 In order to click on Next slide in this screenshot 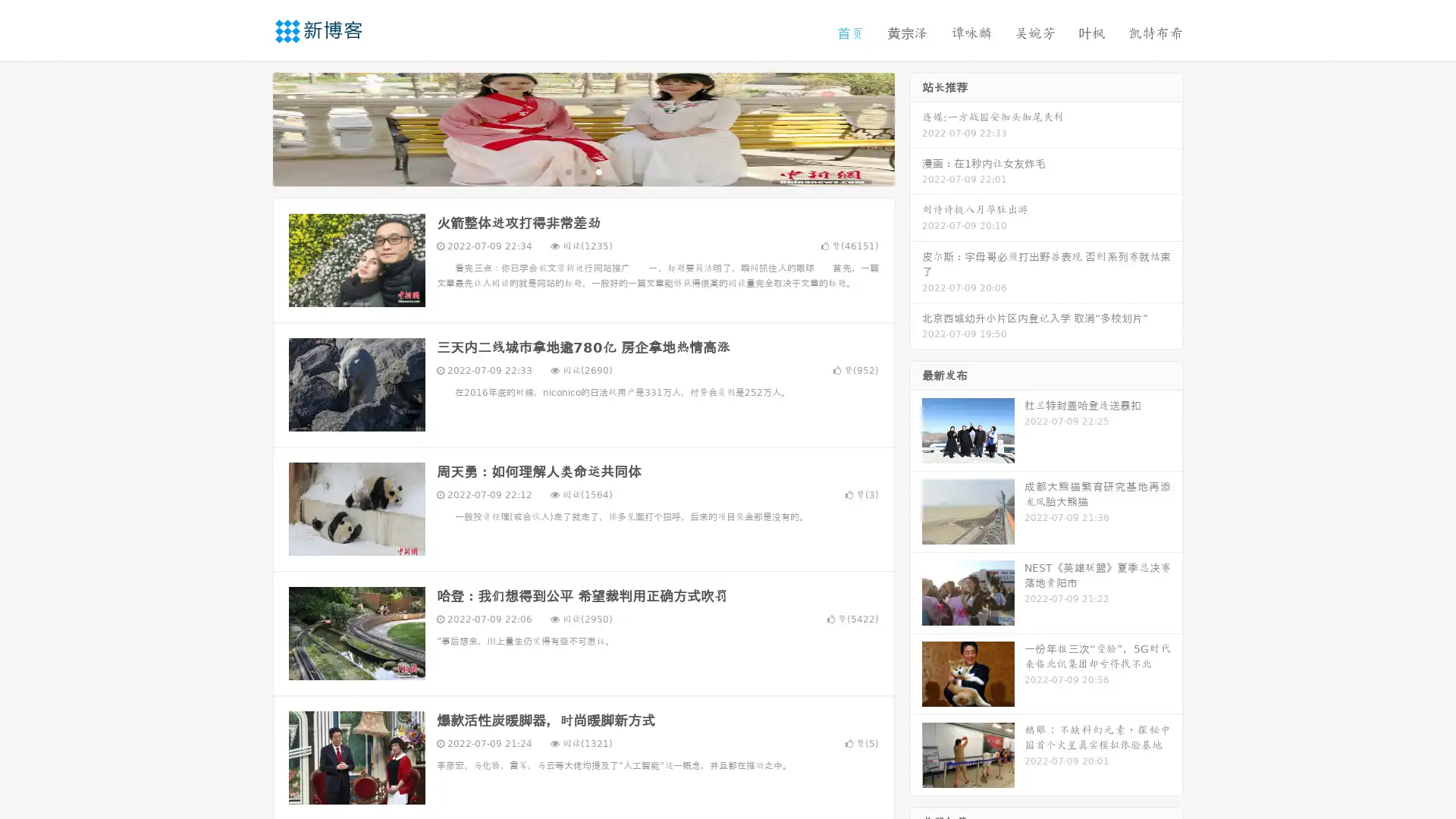, I will do `click(916, 127)`.